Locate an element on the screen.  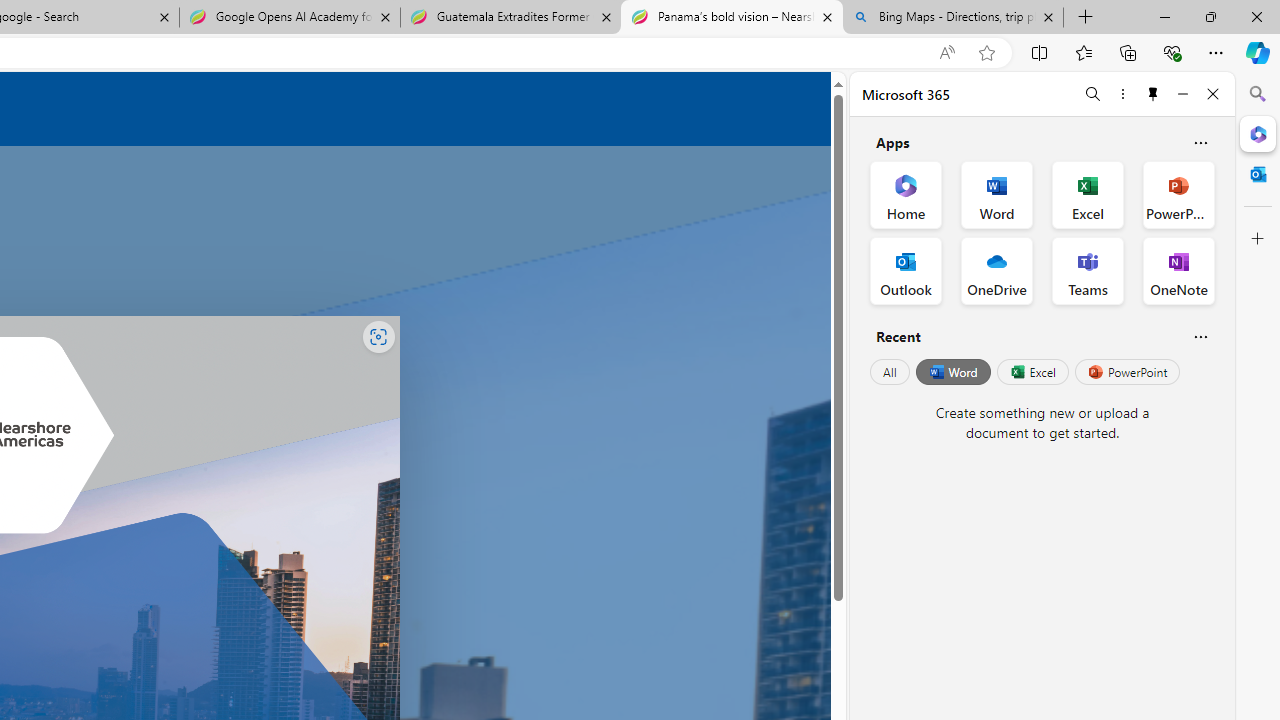
'OneNote Office App' is located at coordinates (1178, 271).